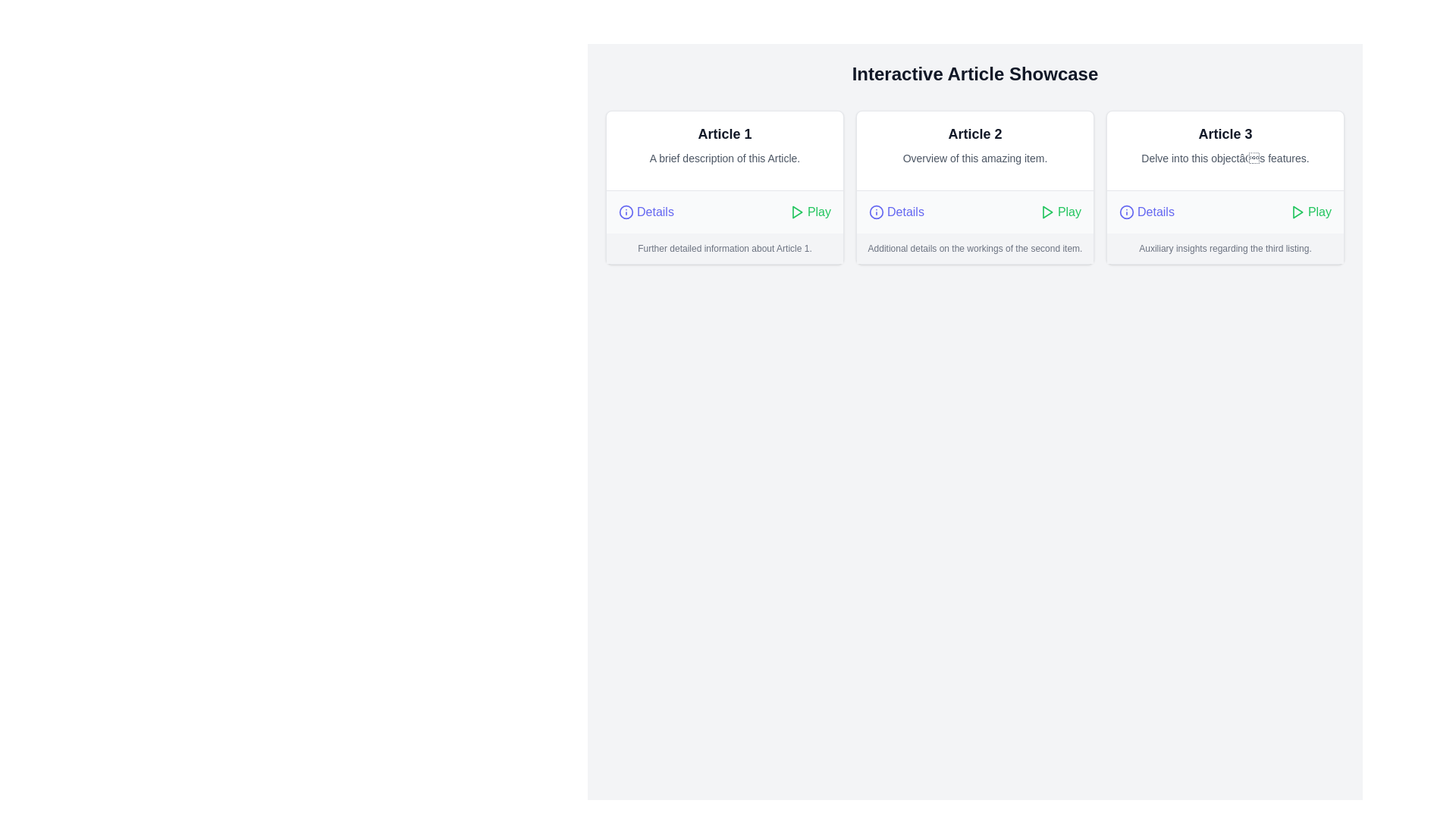  What do you see at coordinates (877, 212) in the screenshot?
I see `the SVG Icon (Information) element, which features a circular outline with an 'i' symbol inside, located adjacent to the 'Details' label in the second content box labeled 'Article 2'` at bounding box center [877, 212].